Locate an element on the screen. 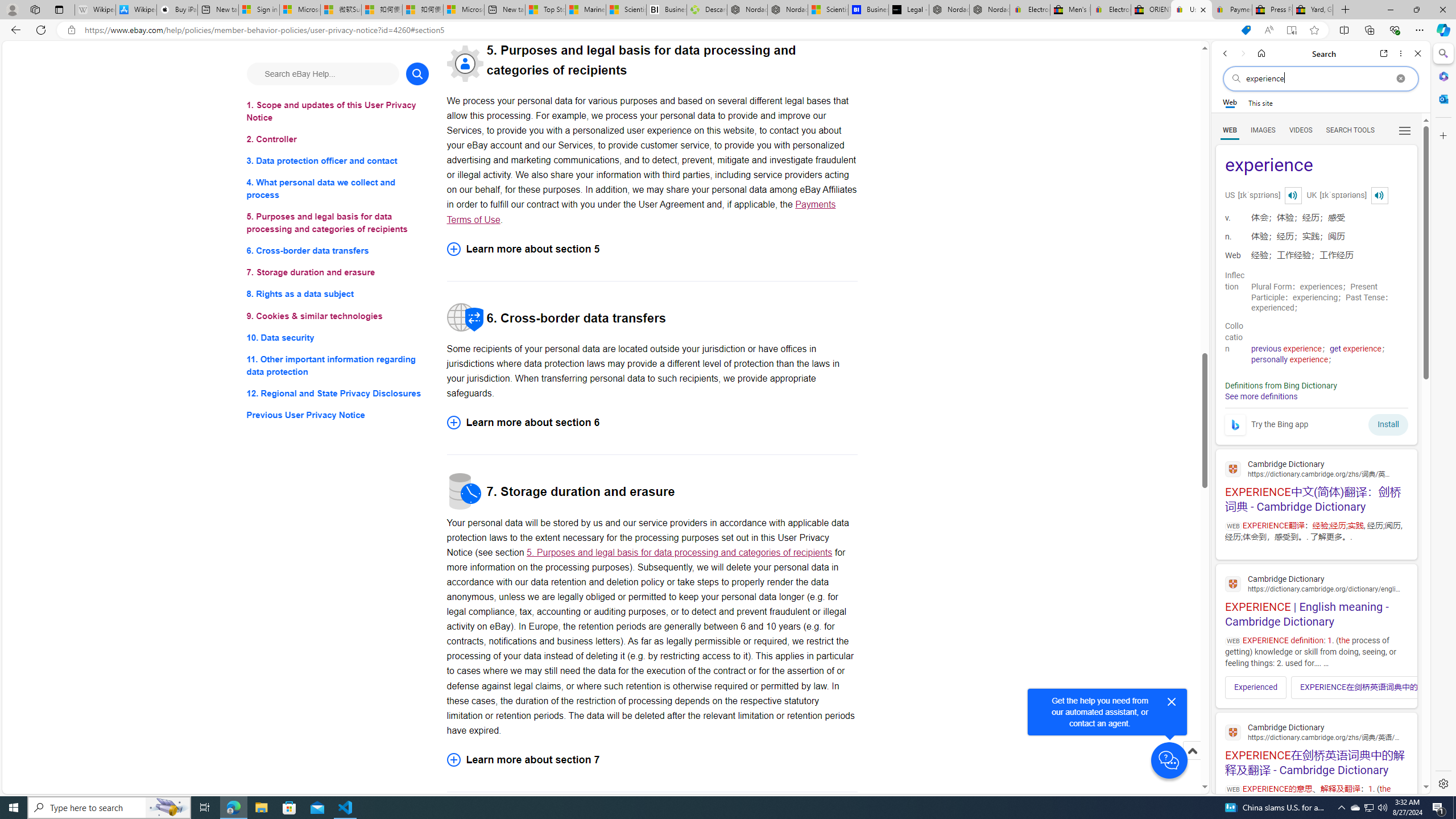  '2. Controller' is located at coordinates (337, 139).